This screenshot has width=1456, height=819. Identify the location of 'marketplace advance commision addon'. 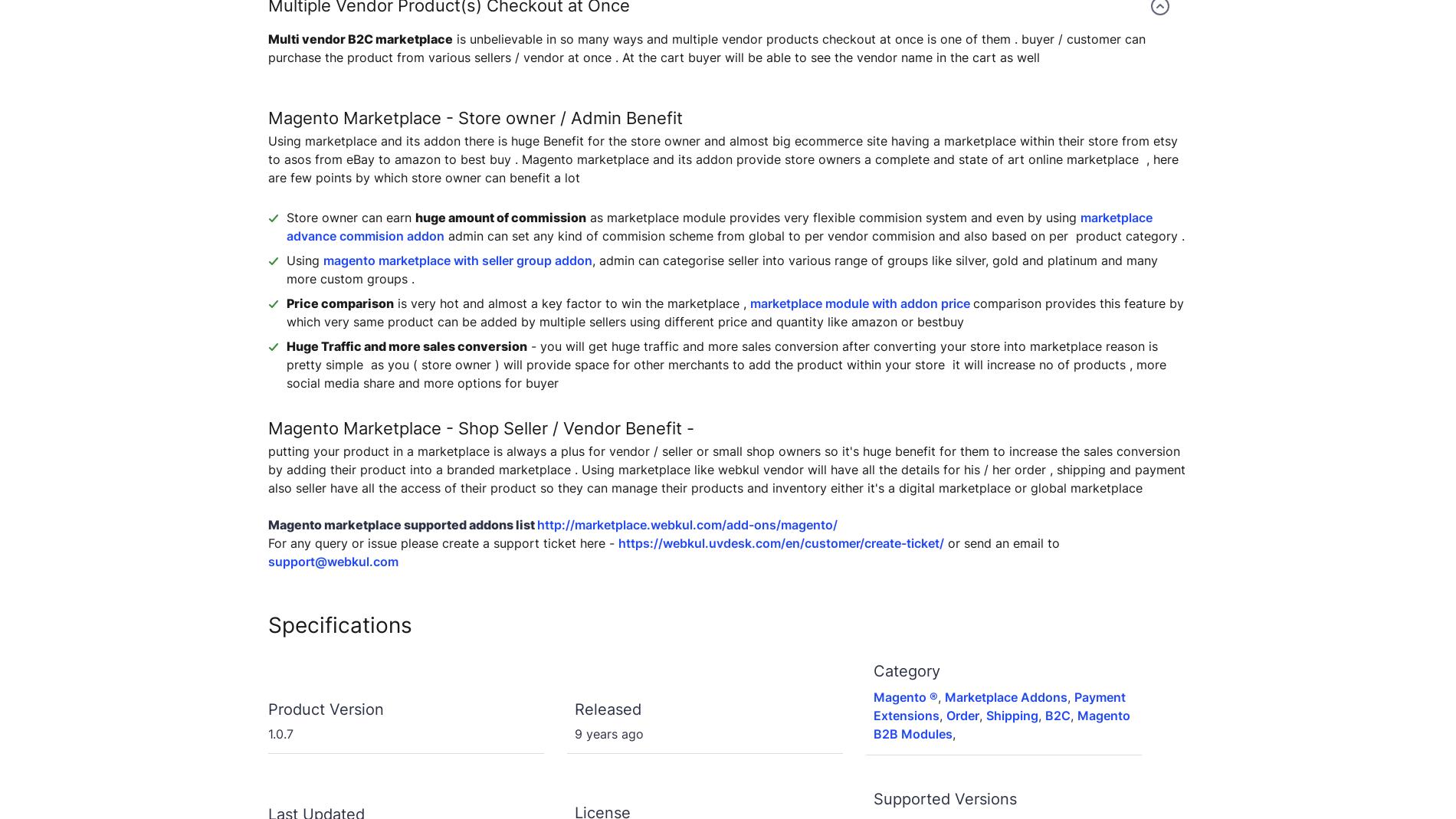
(718, 226).